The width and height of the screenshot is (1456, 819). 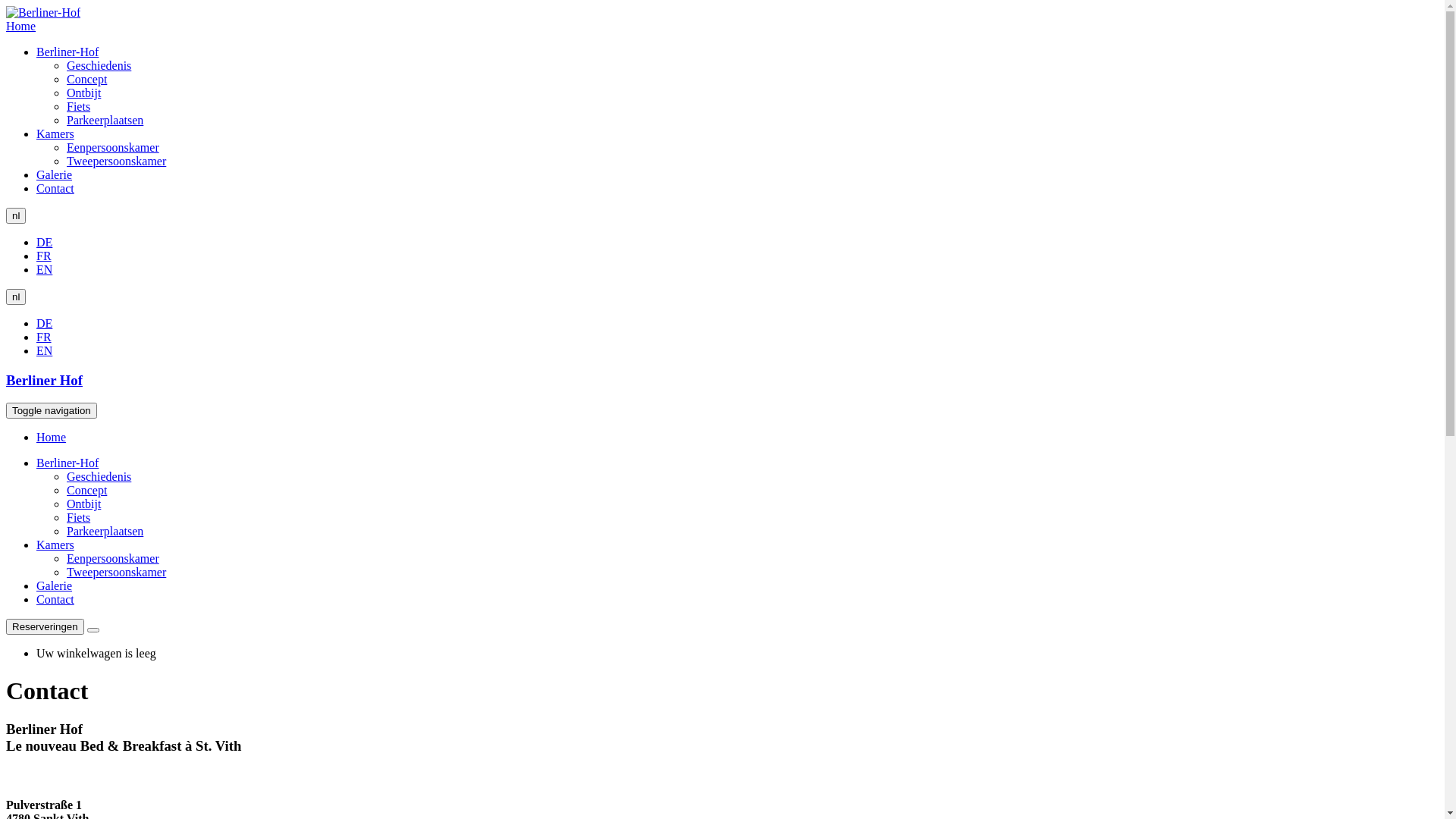 What do you see at coordinates (36, 544) in the screenshot?
I see `'Kamers'` at bounding box center [36, 544].